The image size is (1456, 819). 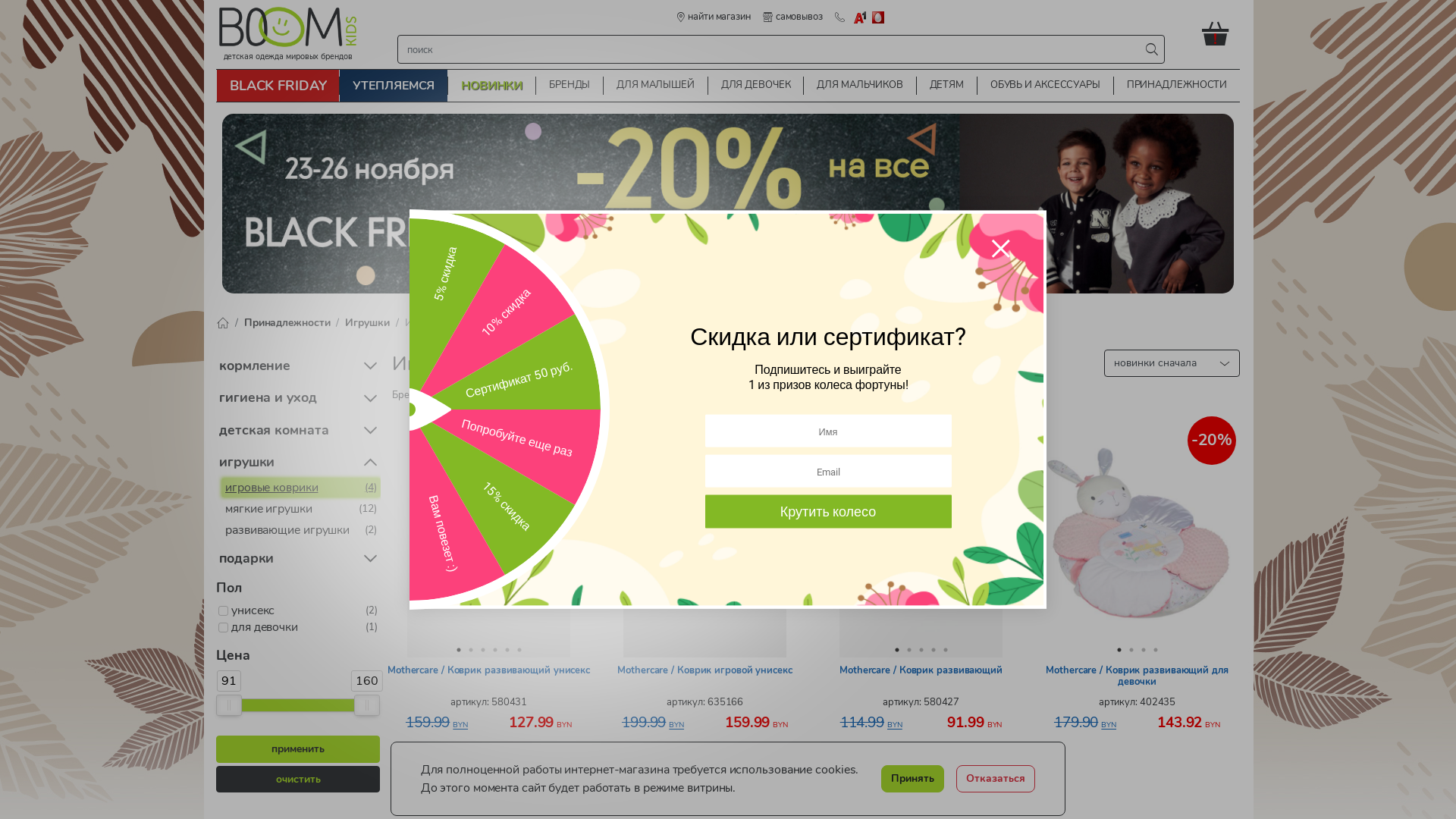 I want to click on '5', so click(x=506, y=648).